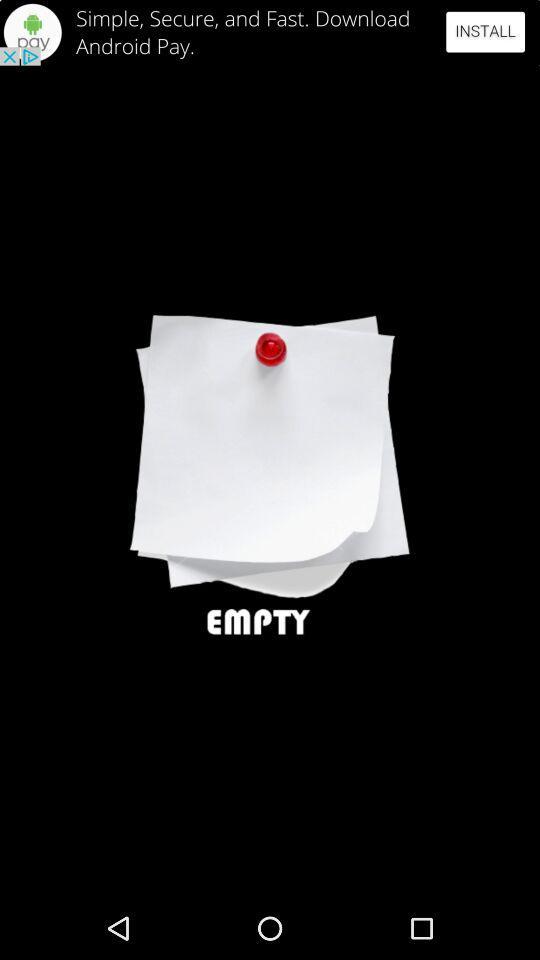 Image resolution: width=540 pixels, height=960 pixels. I want to click on advertisement area, so click(270, 31).